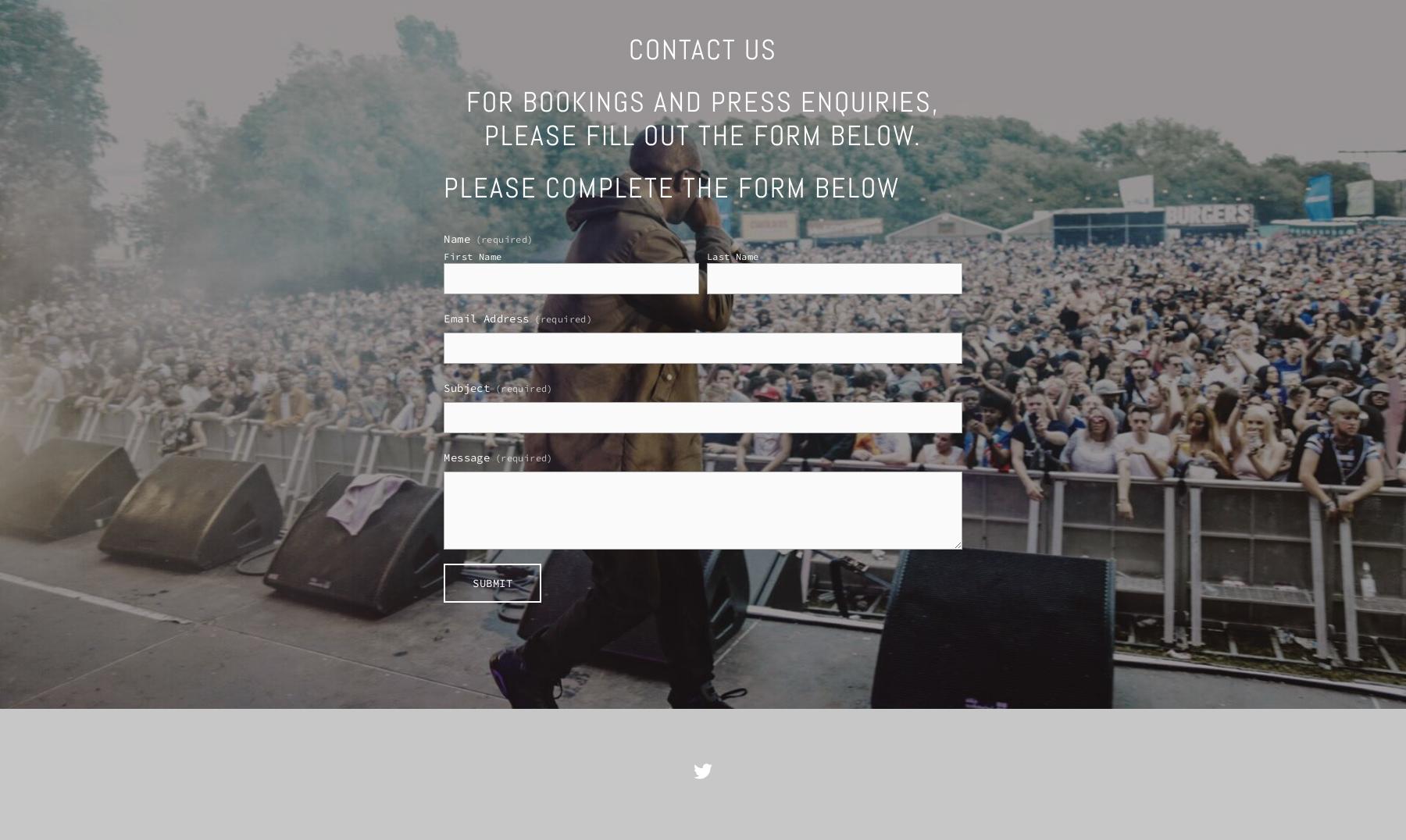 This screenshot has width=1406, height=840. Describe the element at coordinates (472, 256) in the screenshot. I see `'First Name'` at that location.